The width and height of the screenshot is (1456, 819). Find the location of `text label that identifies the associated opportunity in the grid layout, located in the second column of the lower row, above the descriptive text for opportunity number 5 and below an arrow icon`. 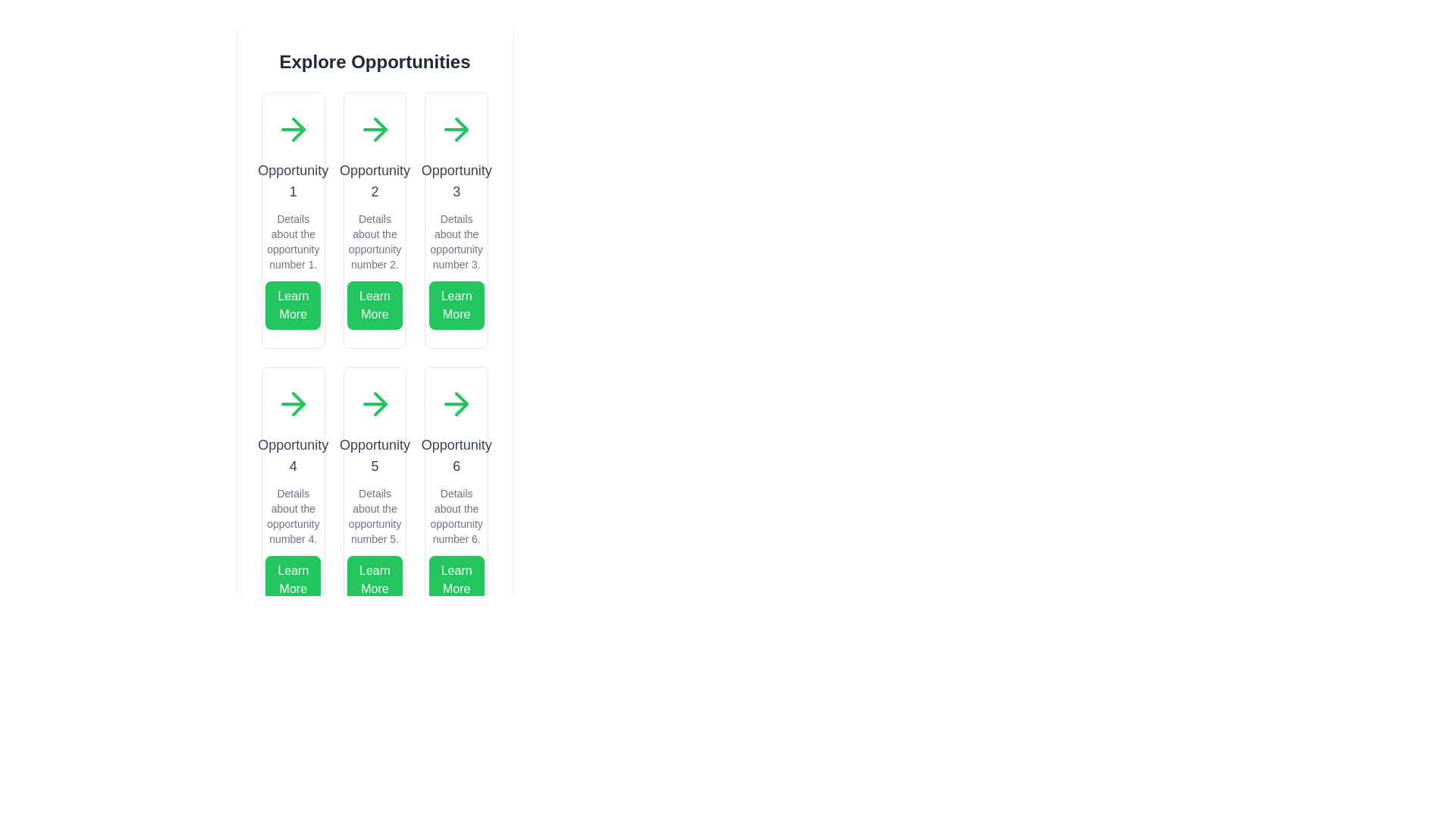

text label that identifies the associated opportunity in the grid layout, located in the second column of the lower row, above the descriptive text for opportunity number 5 and below an arrow icon is located at coordinates (375, 455).